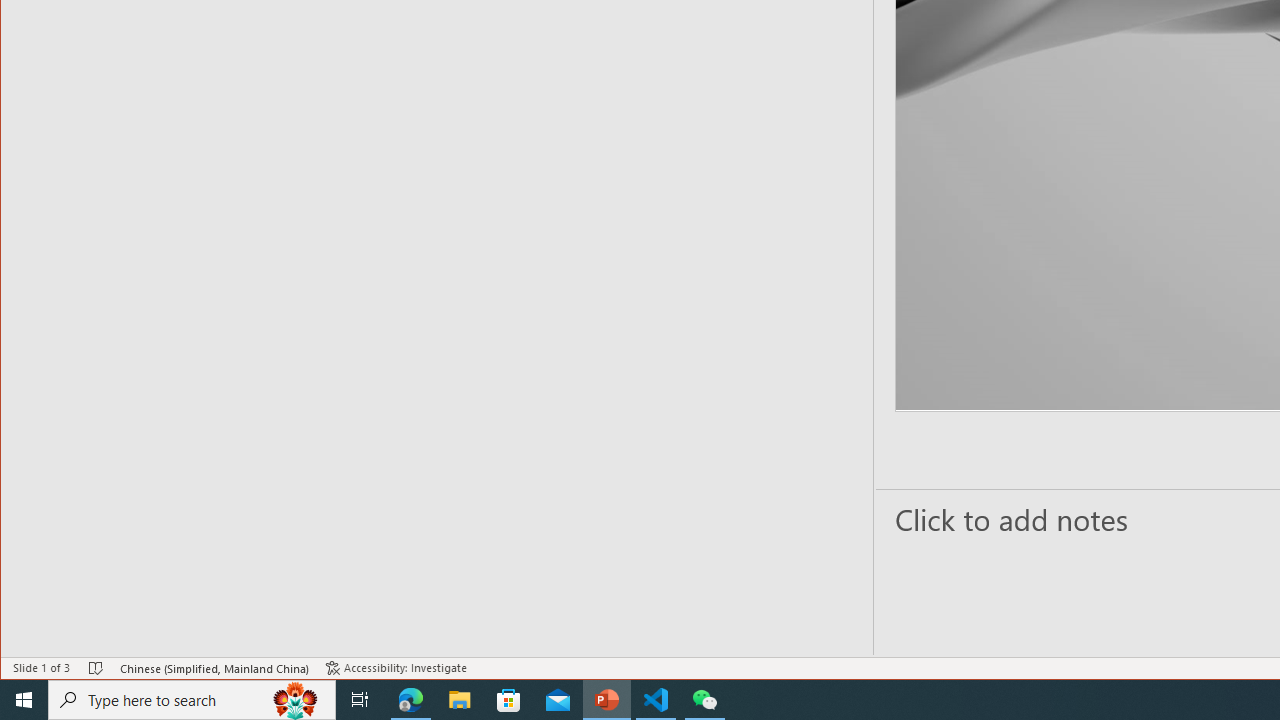 The height and width of the screenshot is (720, 1280). I want to click on 'File Explorer', so click(459, 698).